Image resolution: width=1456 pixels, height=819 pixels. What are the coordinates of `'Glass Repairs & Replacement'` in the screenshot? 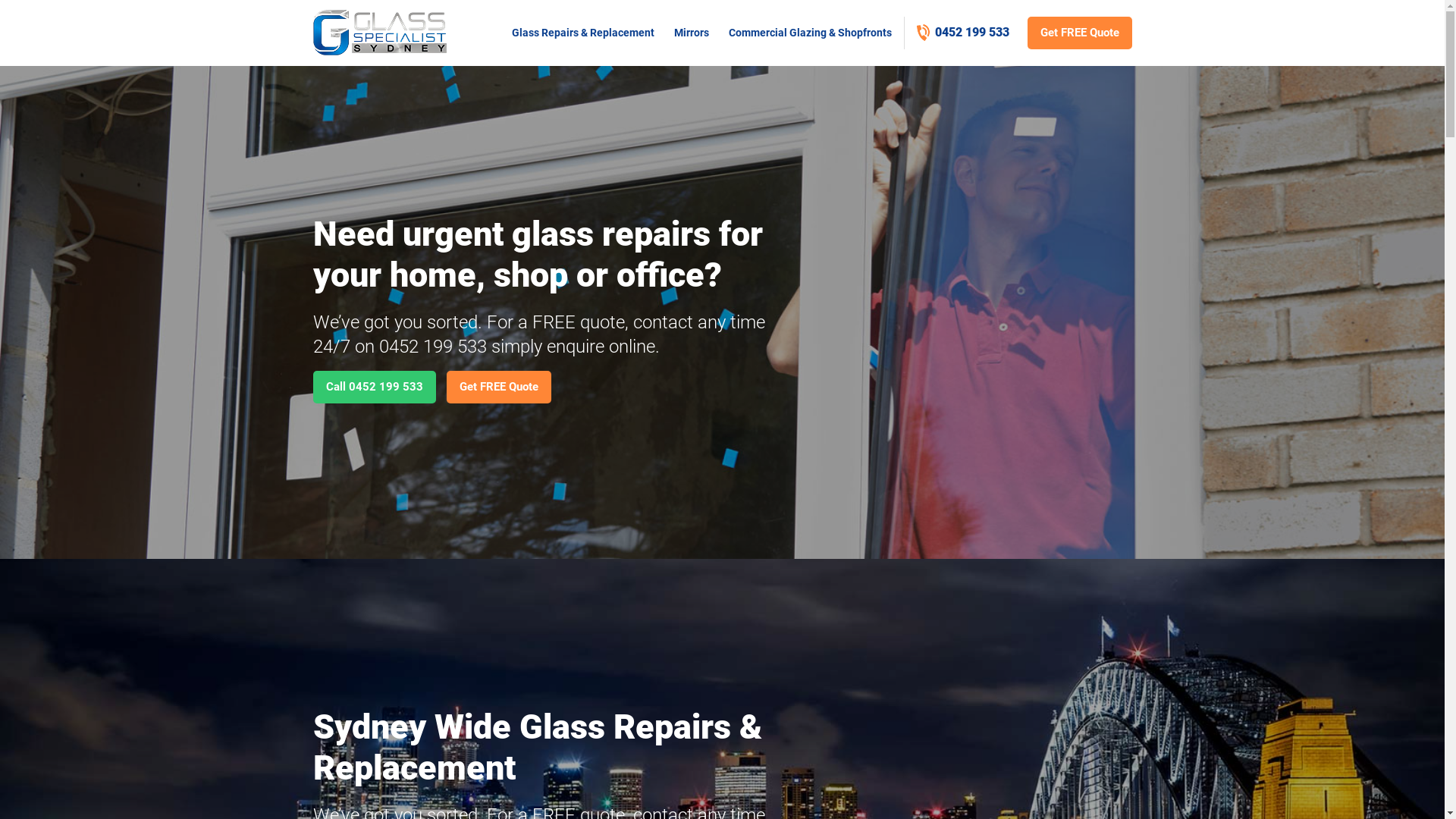 It's located at (582, 33).